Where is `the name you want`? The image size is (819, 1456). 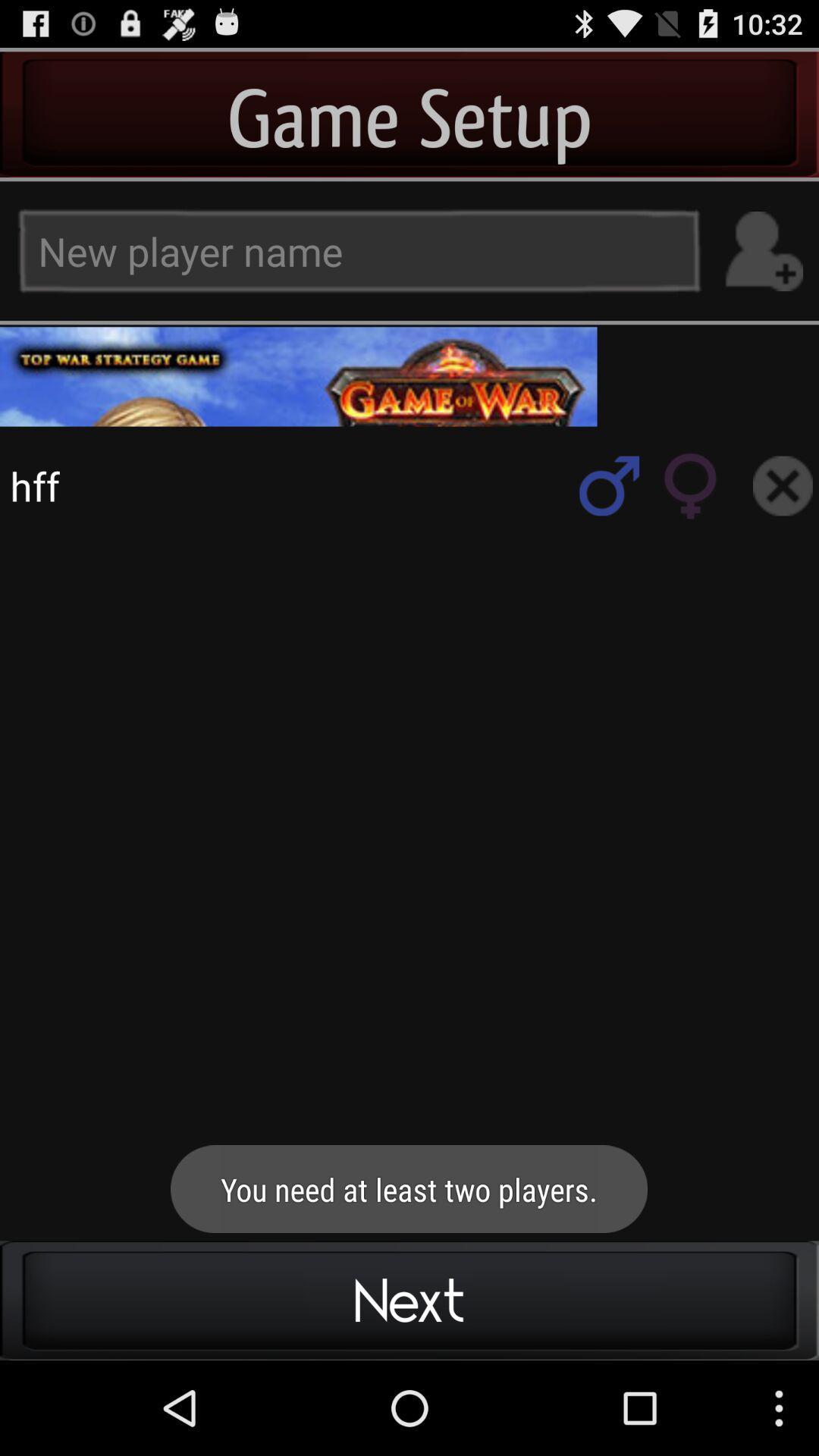 the name you want is located at coordinates (763, 251).